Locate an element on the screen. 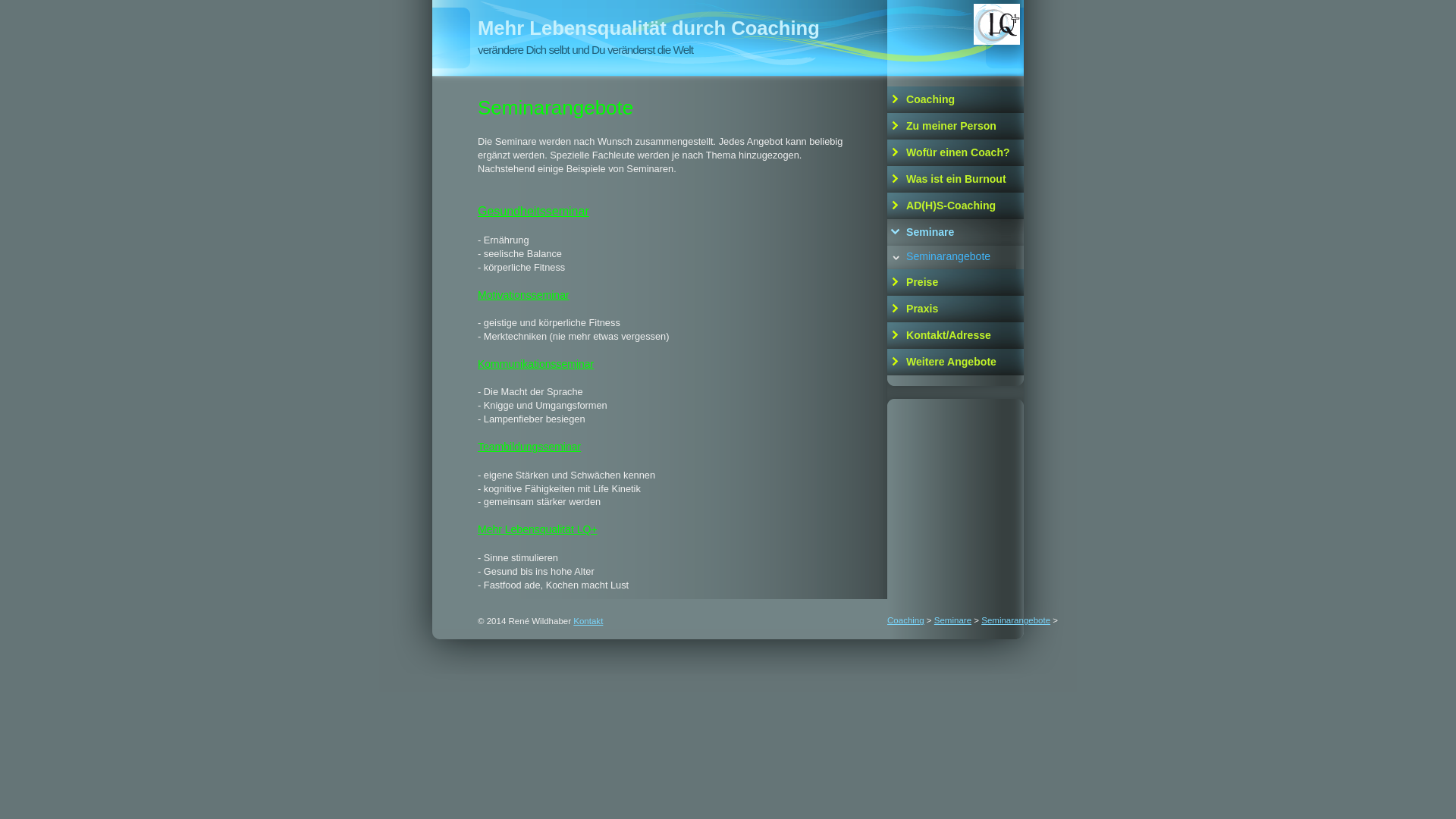 This screenshot has width=1456, height=819. 'AD(H)S-Coaching' is located at coordinates (954, 206).